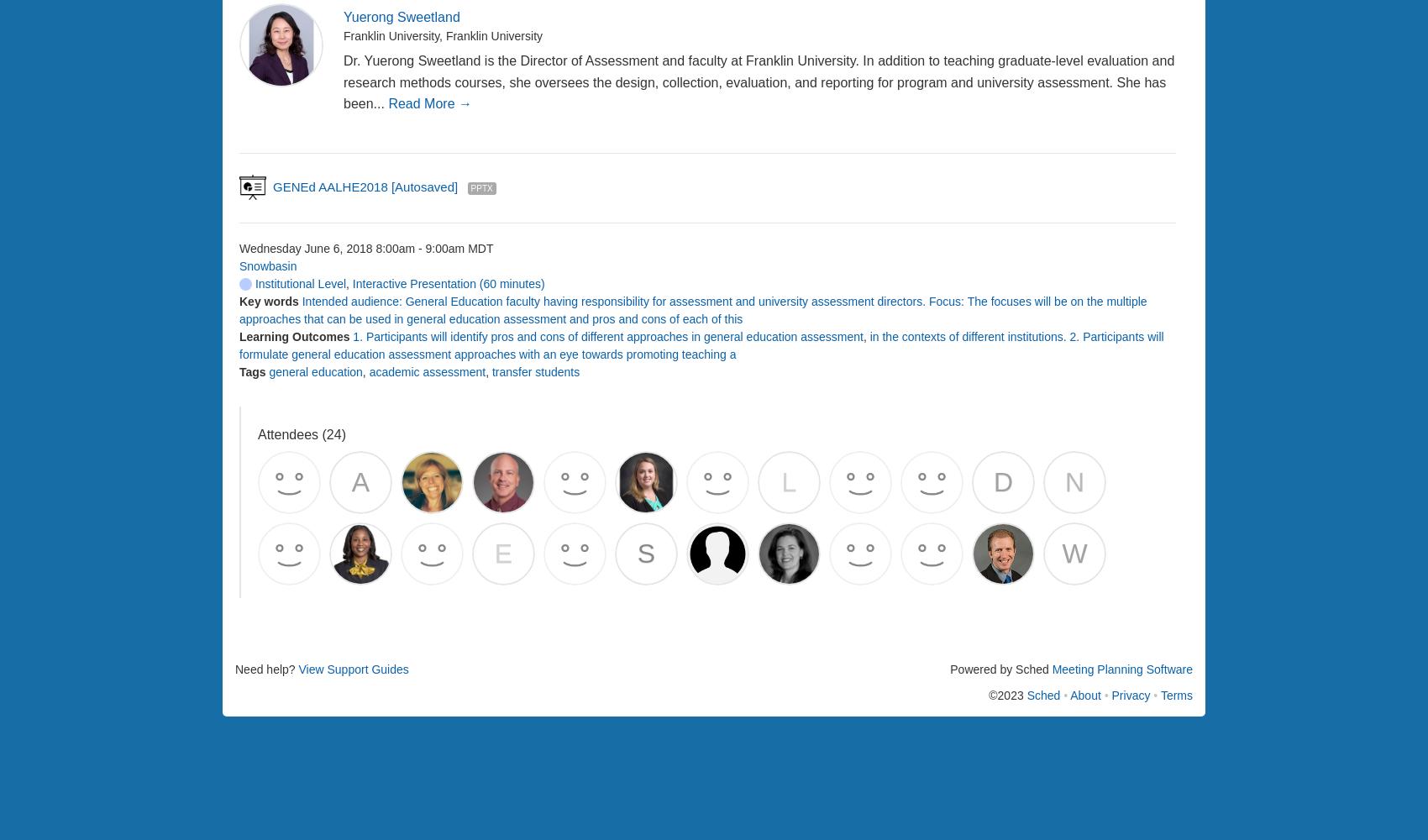 The height and width of the screenshot is (840, 1428). Describe the element at coordinates (1042, 694) in the screenshot. I see `'Sched'` at that location.